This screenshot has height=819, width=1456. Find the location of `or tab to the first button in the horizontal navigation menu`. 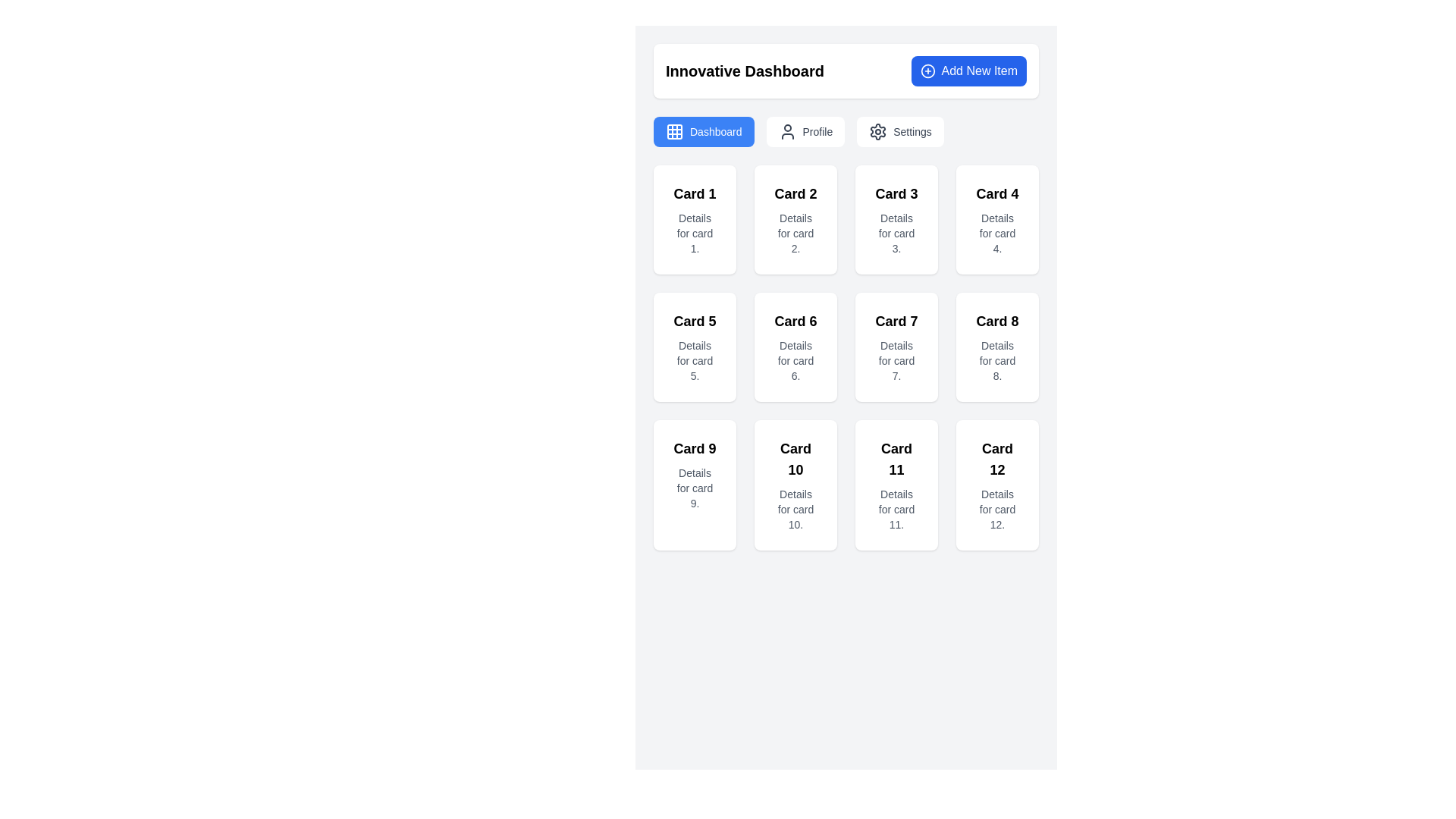

or tab to the first button in the horizontal navigation menu is located at coordinates (703, 130).